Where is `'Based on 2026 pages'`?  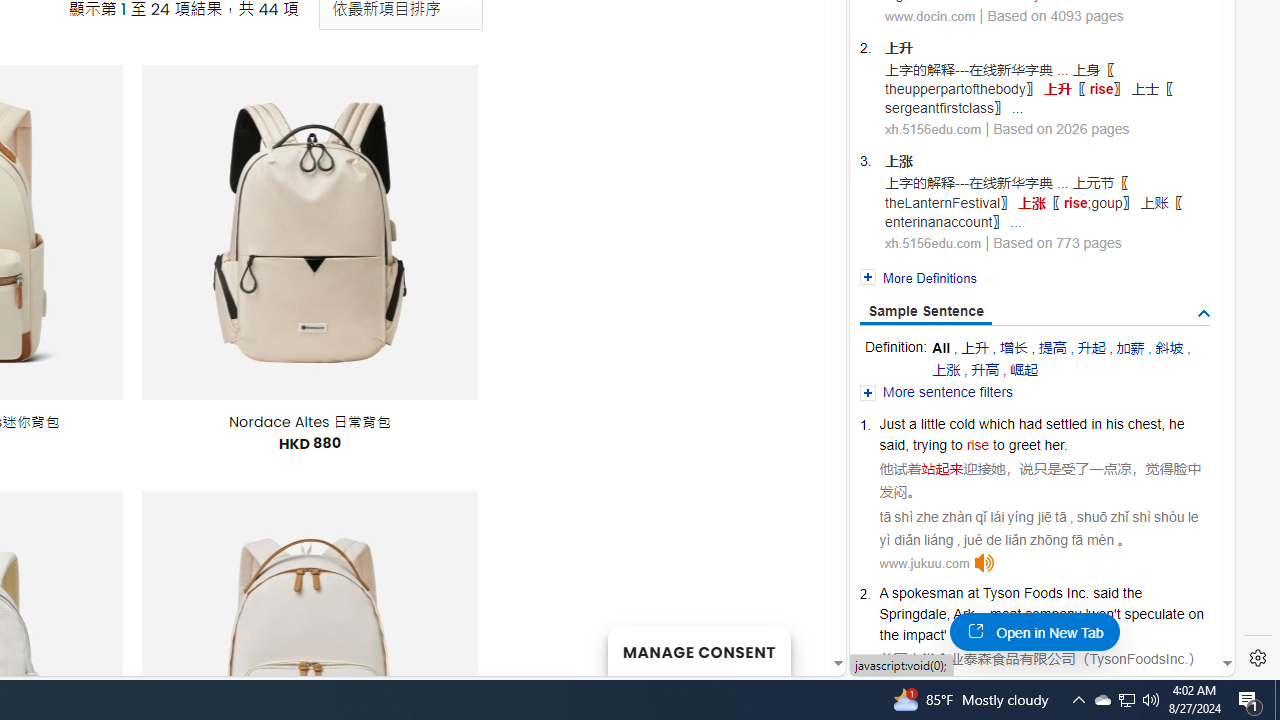
'Based on 2026 pages' is located at coordinates (1060, 129).